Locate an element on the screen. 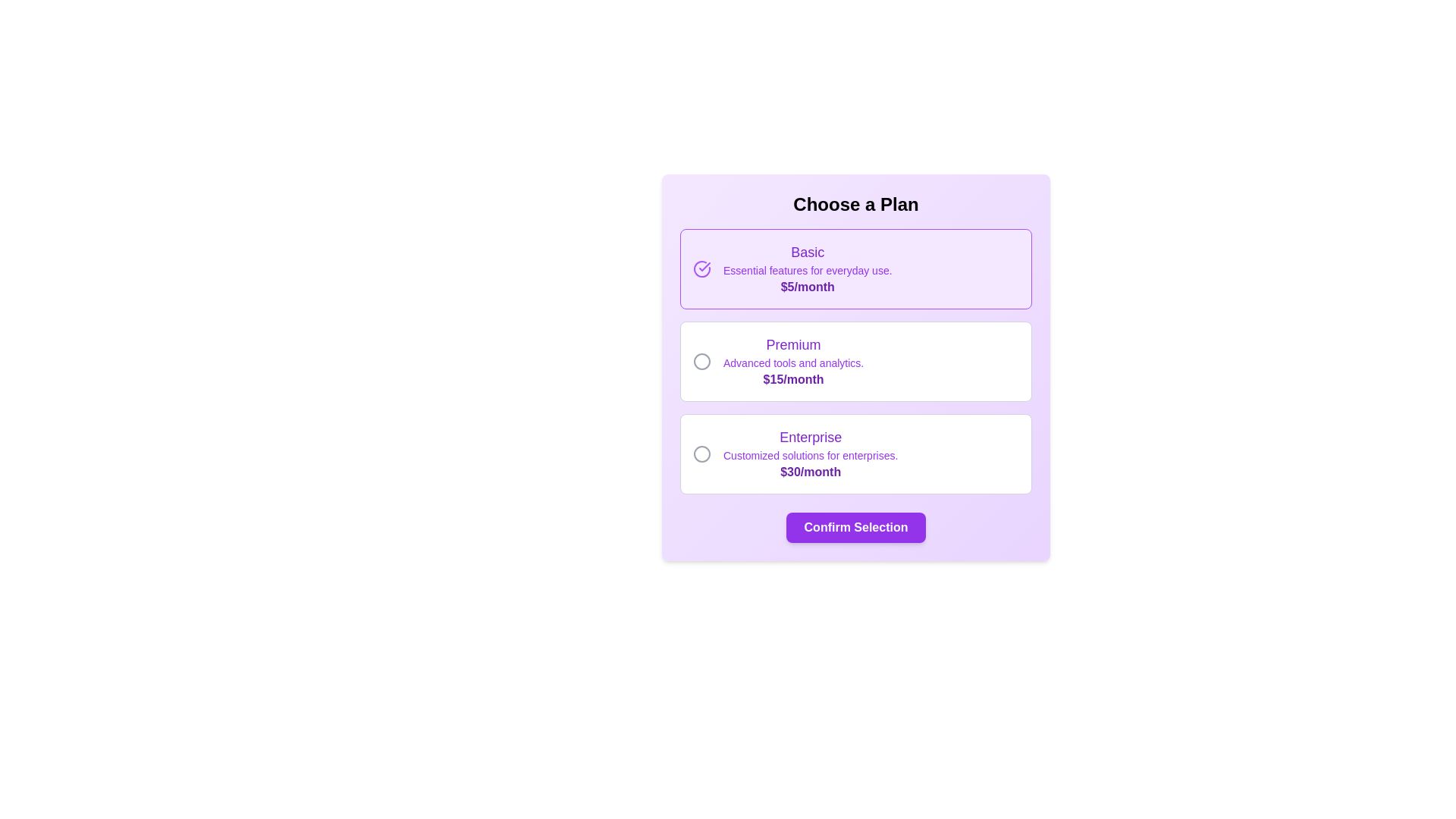  the 'Premium' plan icon, which is visually indicative of the 'Premium' plan option and located to the left of the associated text content is located at coordinates (701, 362).